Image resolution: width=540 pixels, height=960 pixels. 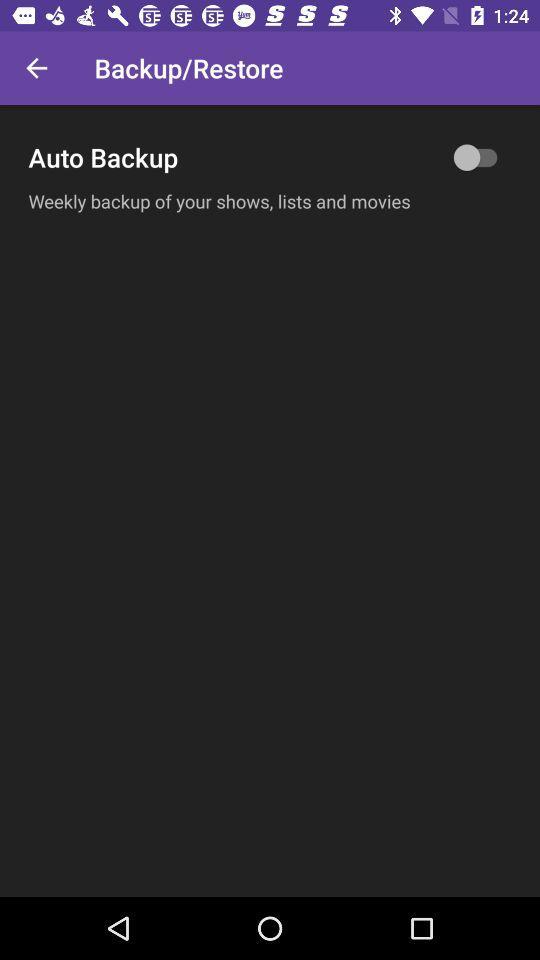 What do you see at coordinates (36, 68) in the screenshot?
I see `the icon at the top left corner` at bounding box center [36, 68].